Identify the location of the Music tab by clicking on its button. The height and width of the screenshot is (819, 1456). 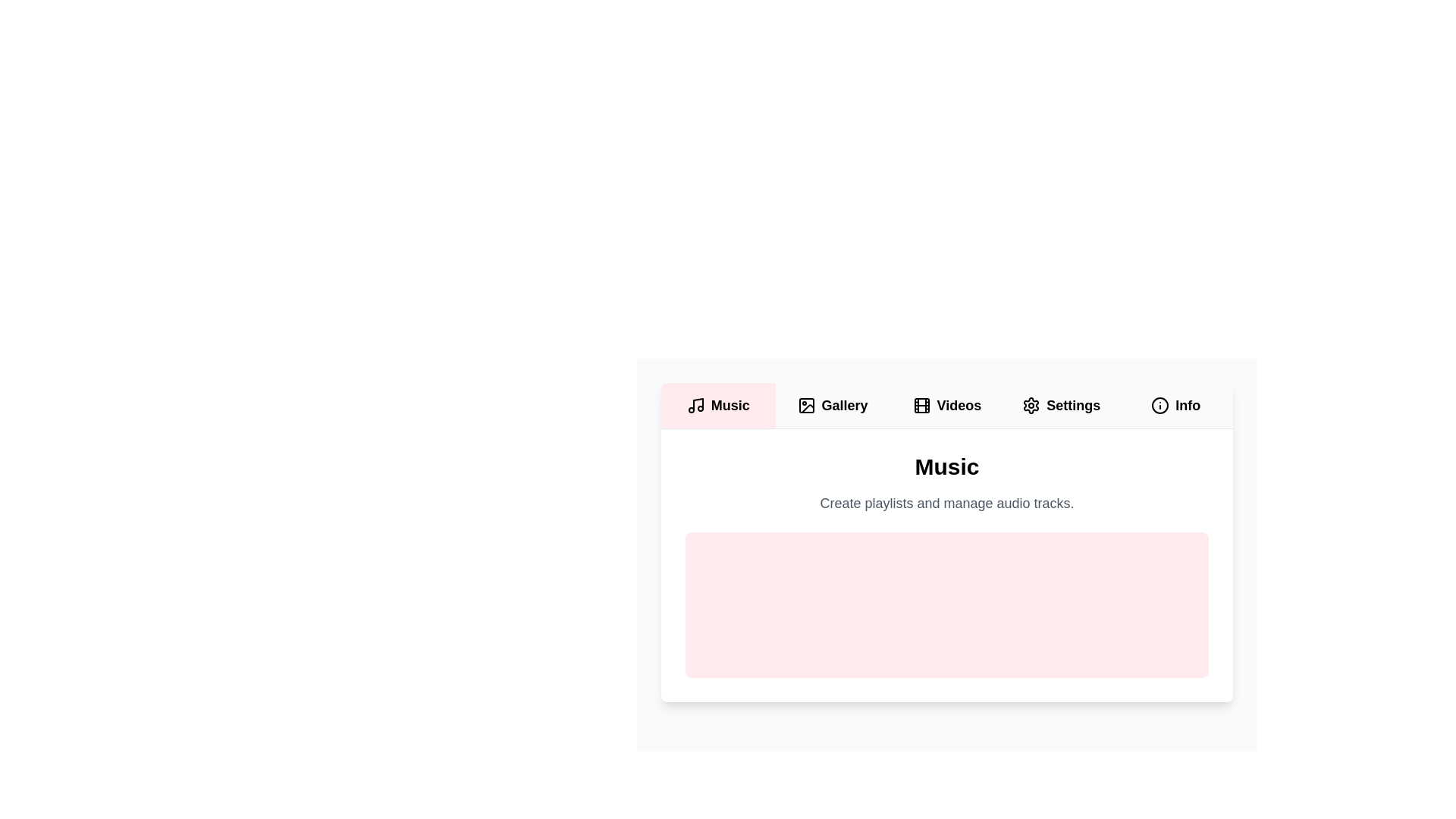
(717, 405).